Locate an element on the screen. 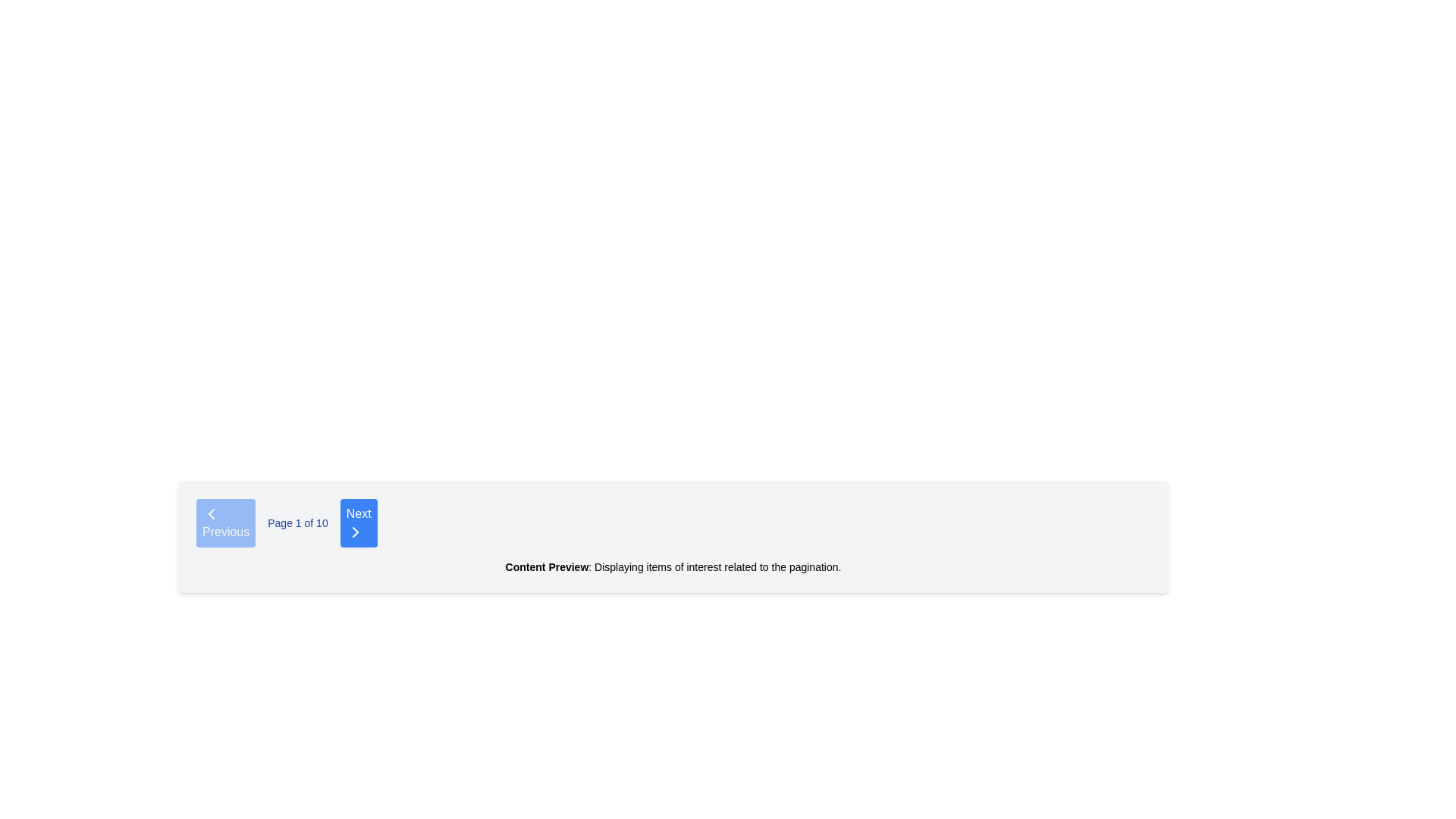 This screenshot has height=819, width=1456. the text element displaying the current page number in the pagination navigation bar, located centrally between the 'Previous' and 'Next' buttons is located at coordinates (298, 522).